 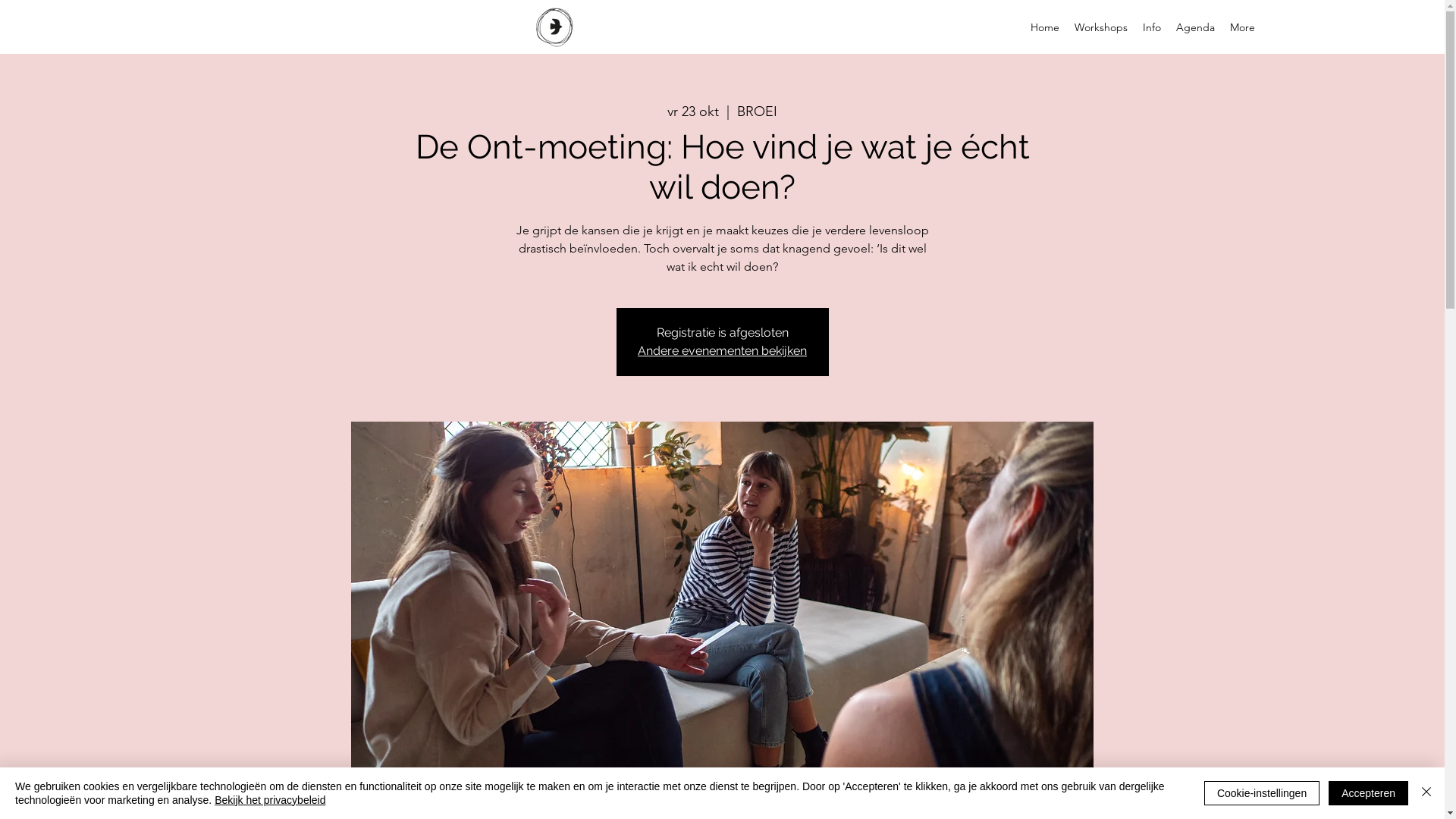 I want to click on 'Workshops', so click(x=1100, y=27).